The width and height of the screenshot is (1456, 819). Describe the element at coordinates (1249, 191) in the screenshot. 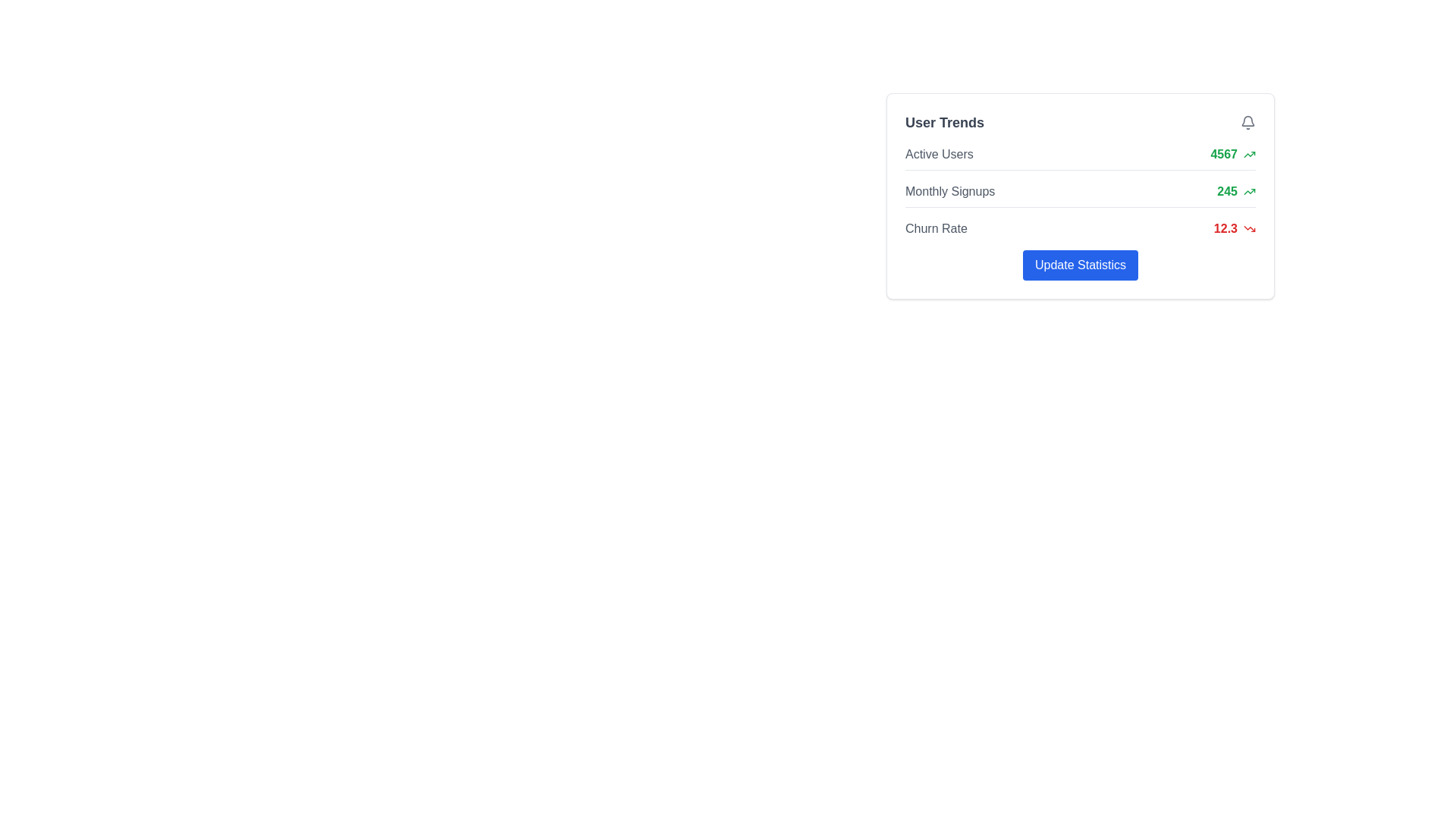

I see `the small upward trending arrow icon with a green outline located to the right of the numeric value '245' in the 'Monthly Signups' row of the 'User Trends' panel` at that location.